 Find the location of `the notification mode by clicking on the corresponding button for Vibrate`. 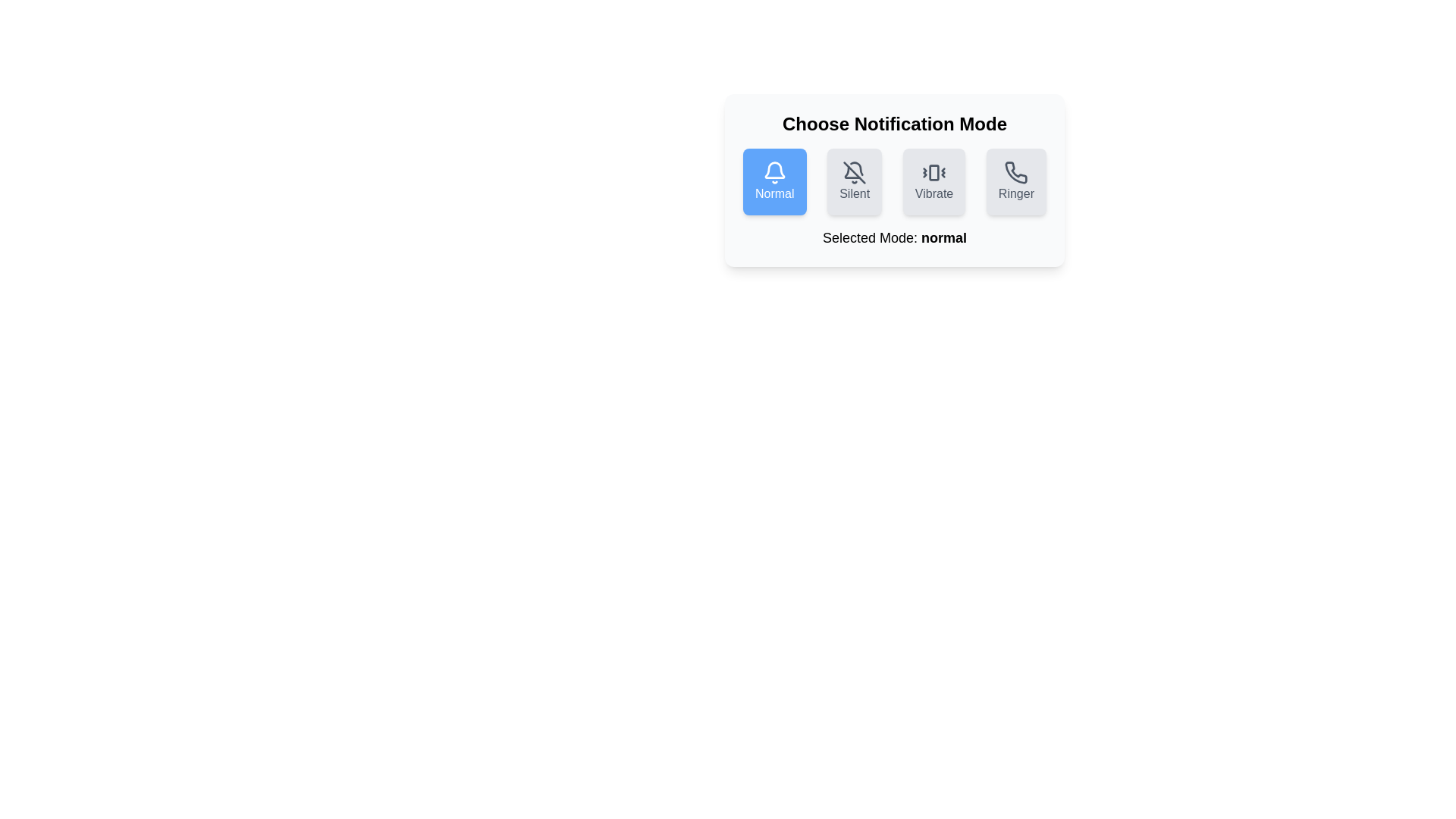

the notification mode by clicking on the corresponding button for Vibrate is located at coordinates (934, 180).